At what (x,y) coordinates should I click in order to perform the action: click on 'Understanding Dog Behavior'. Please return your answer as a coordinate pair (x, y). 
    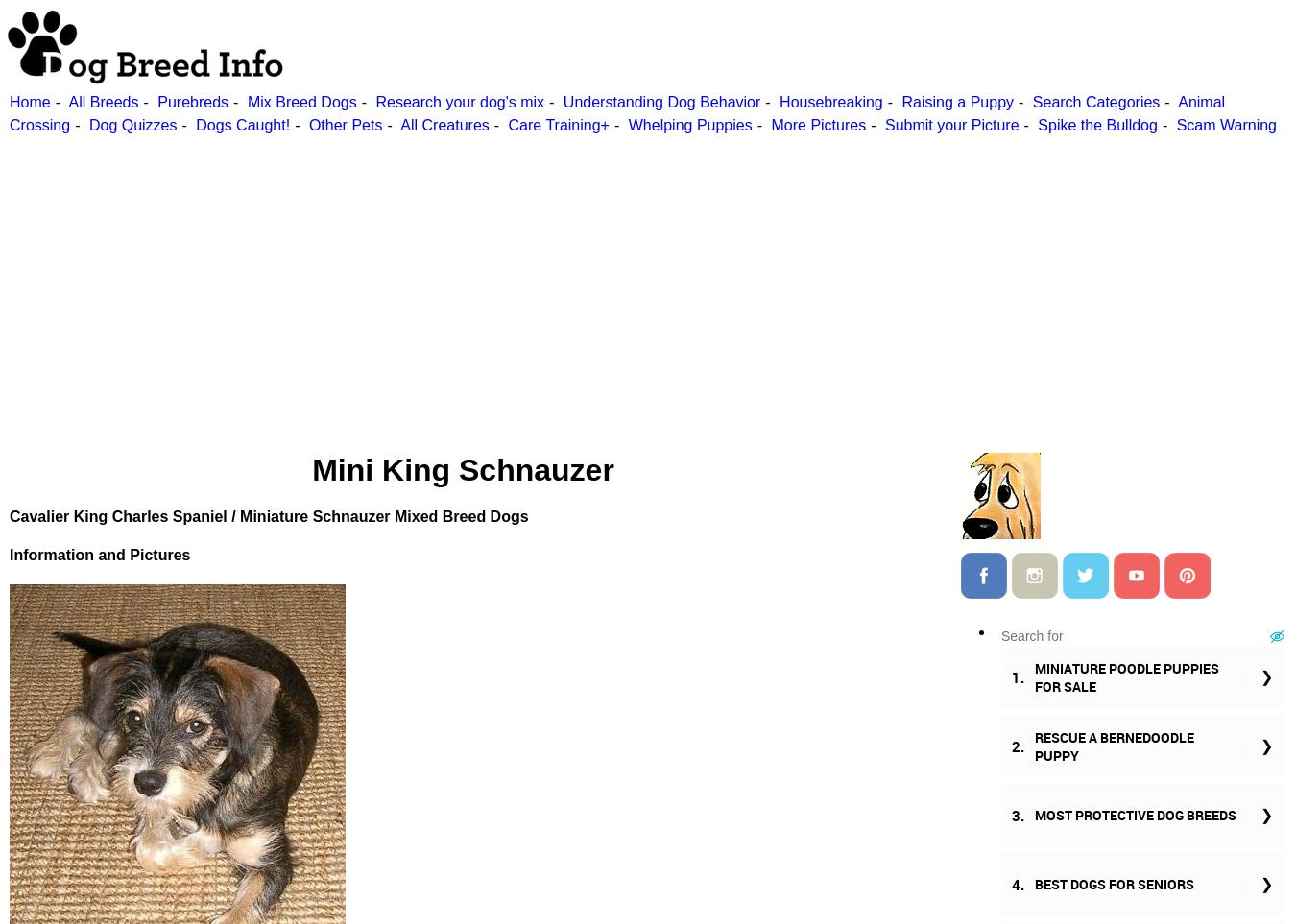
    Looking at the image, I should click on (563, 101).